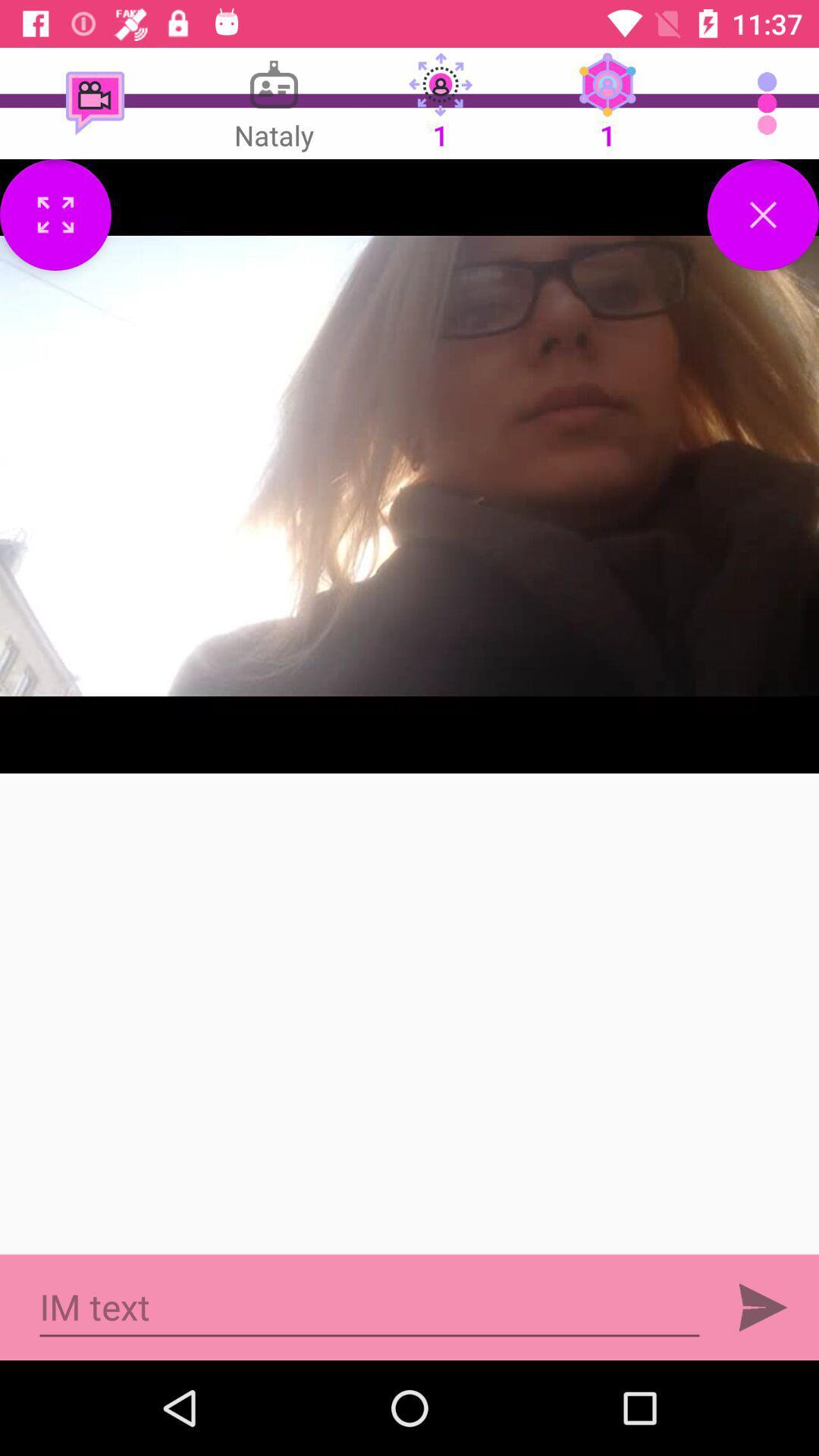 The width and height of the screenshot is (819, 1456). What do you see at coordinates (763, 214) in the screenshot?
I see `closes screen` at bounding box center [763, 214].